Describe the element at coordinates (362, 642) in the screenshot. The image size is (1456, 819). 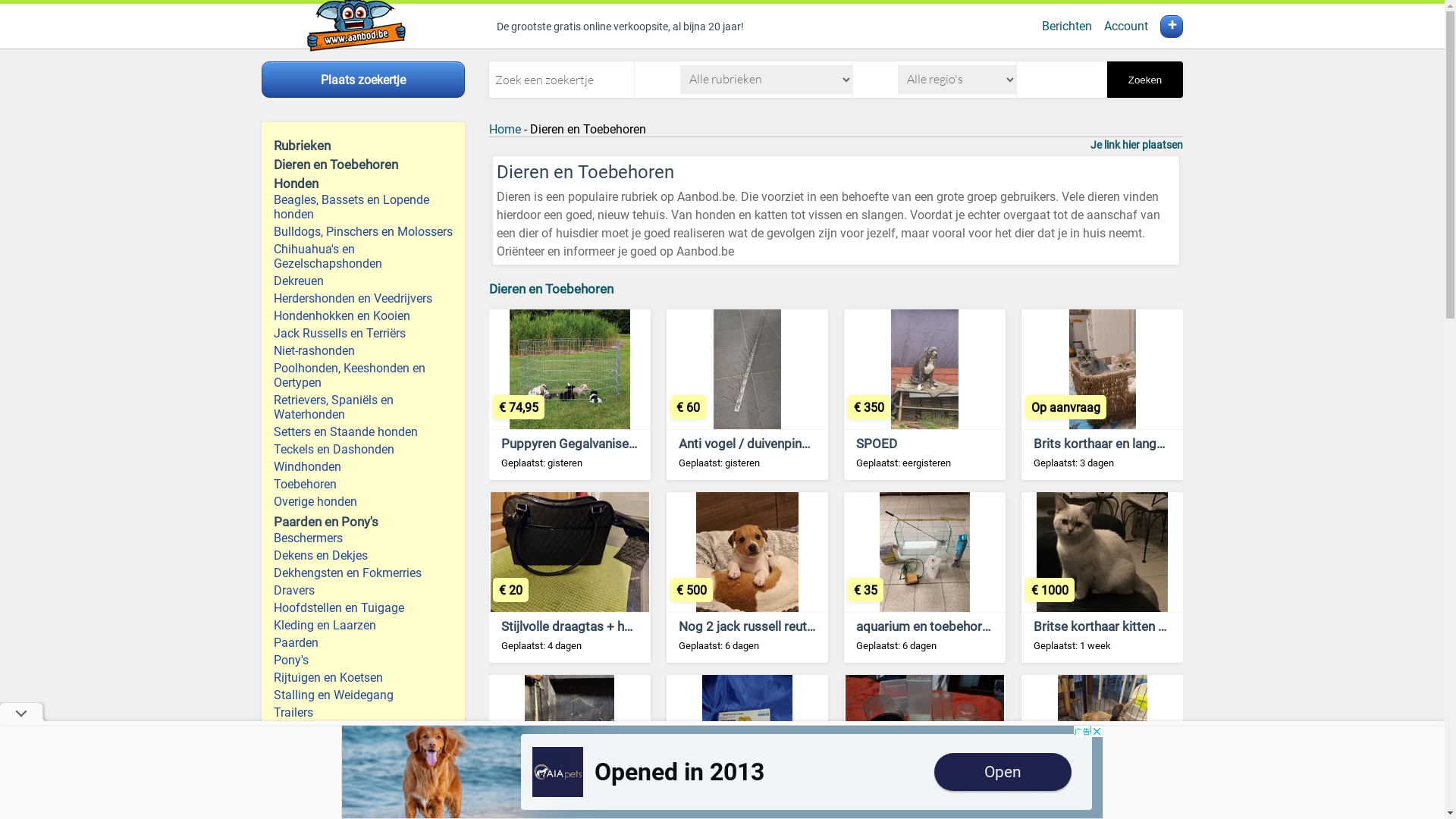
I see `'Paarden'` at that location.